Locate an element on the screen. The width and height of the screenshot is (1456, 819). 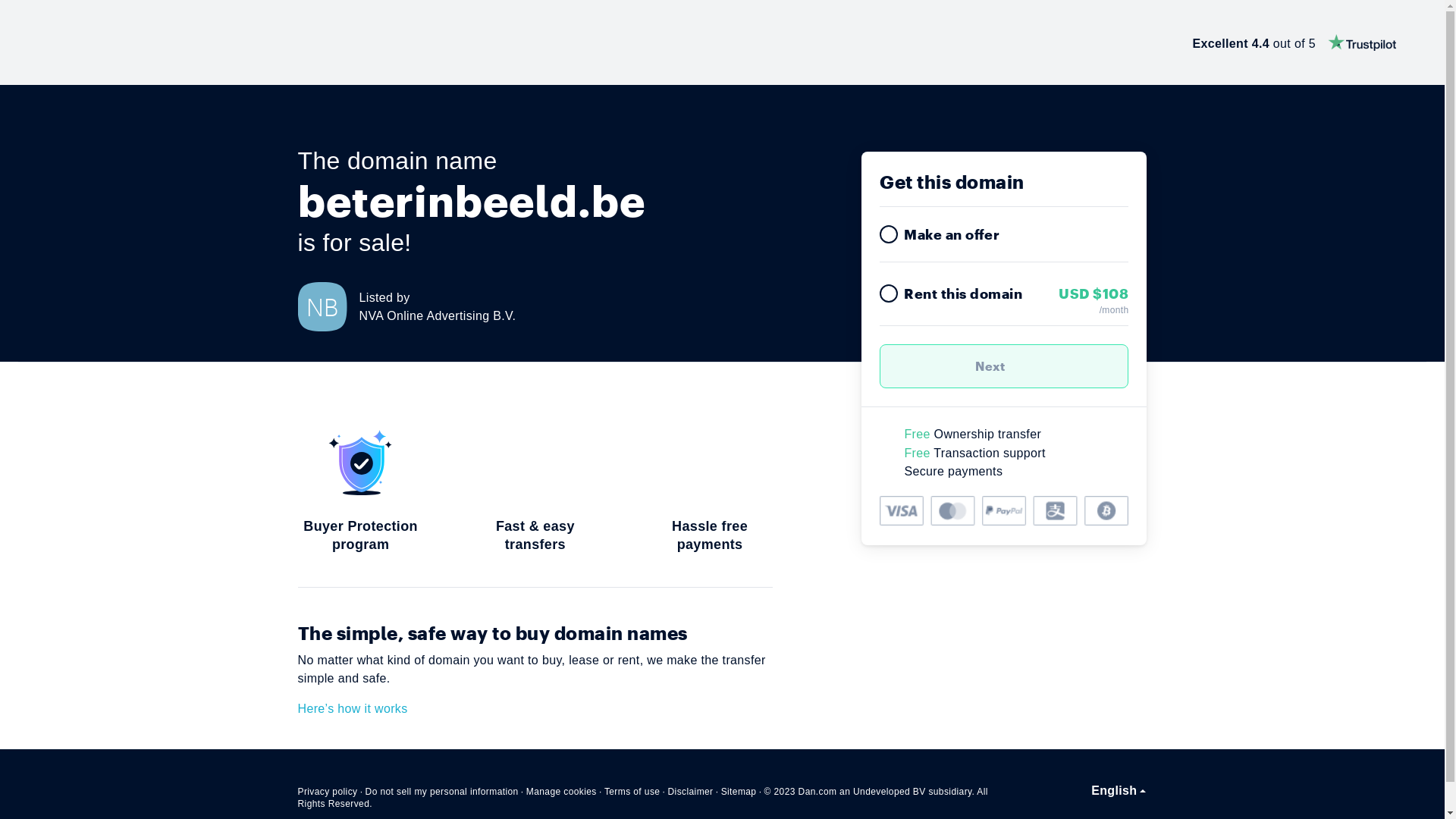
'Do not sell my personal information' is located at coordinates (441, 791).